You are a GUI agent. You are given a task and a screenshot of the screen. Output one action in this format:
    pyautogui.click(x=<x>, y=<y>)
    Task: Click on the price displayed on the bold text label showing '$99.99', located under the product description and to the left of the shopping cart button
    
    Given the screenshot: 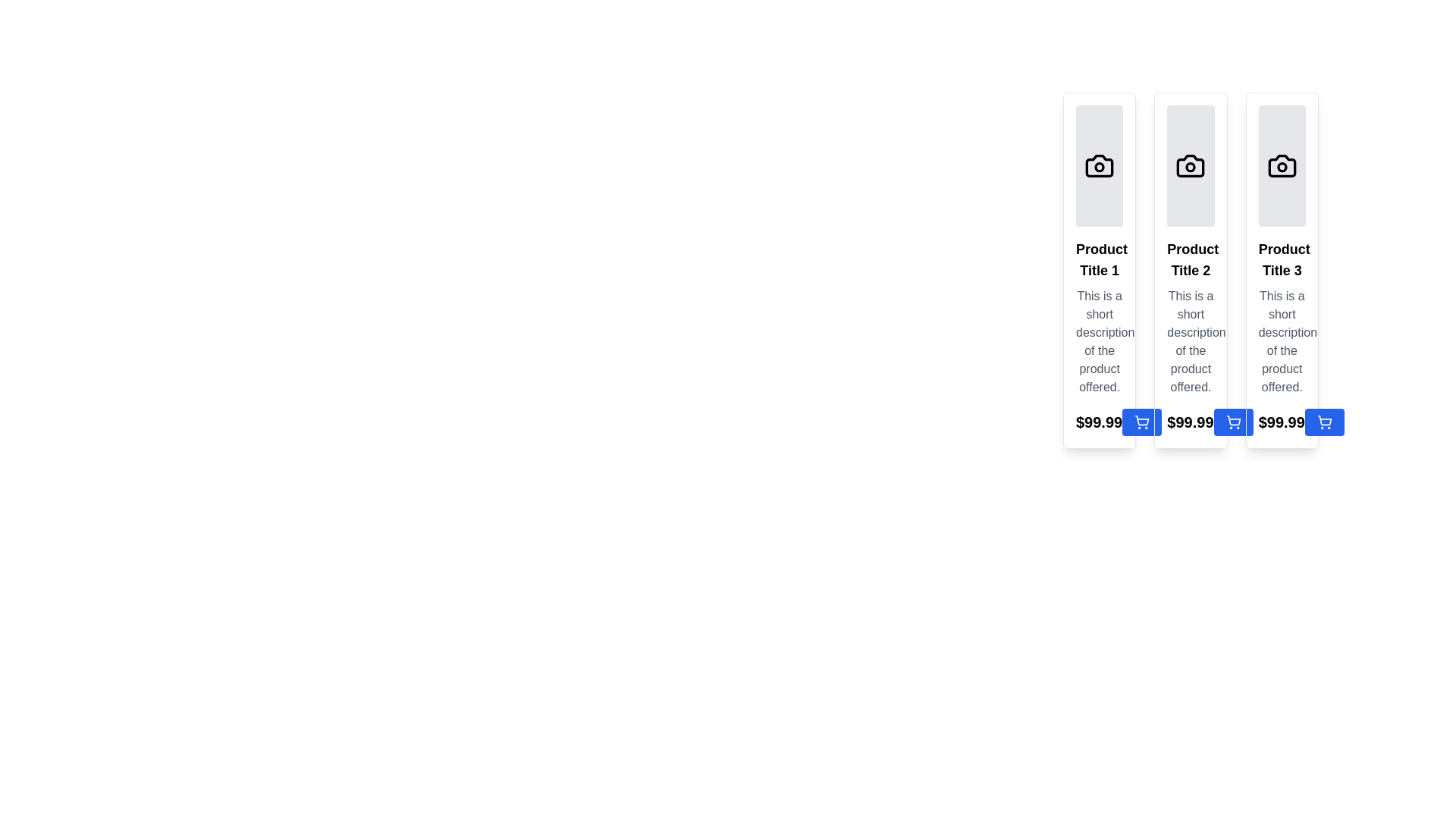 What is the action you would take?
    pyautogui.click(x=1100, y=422)
    